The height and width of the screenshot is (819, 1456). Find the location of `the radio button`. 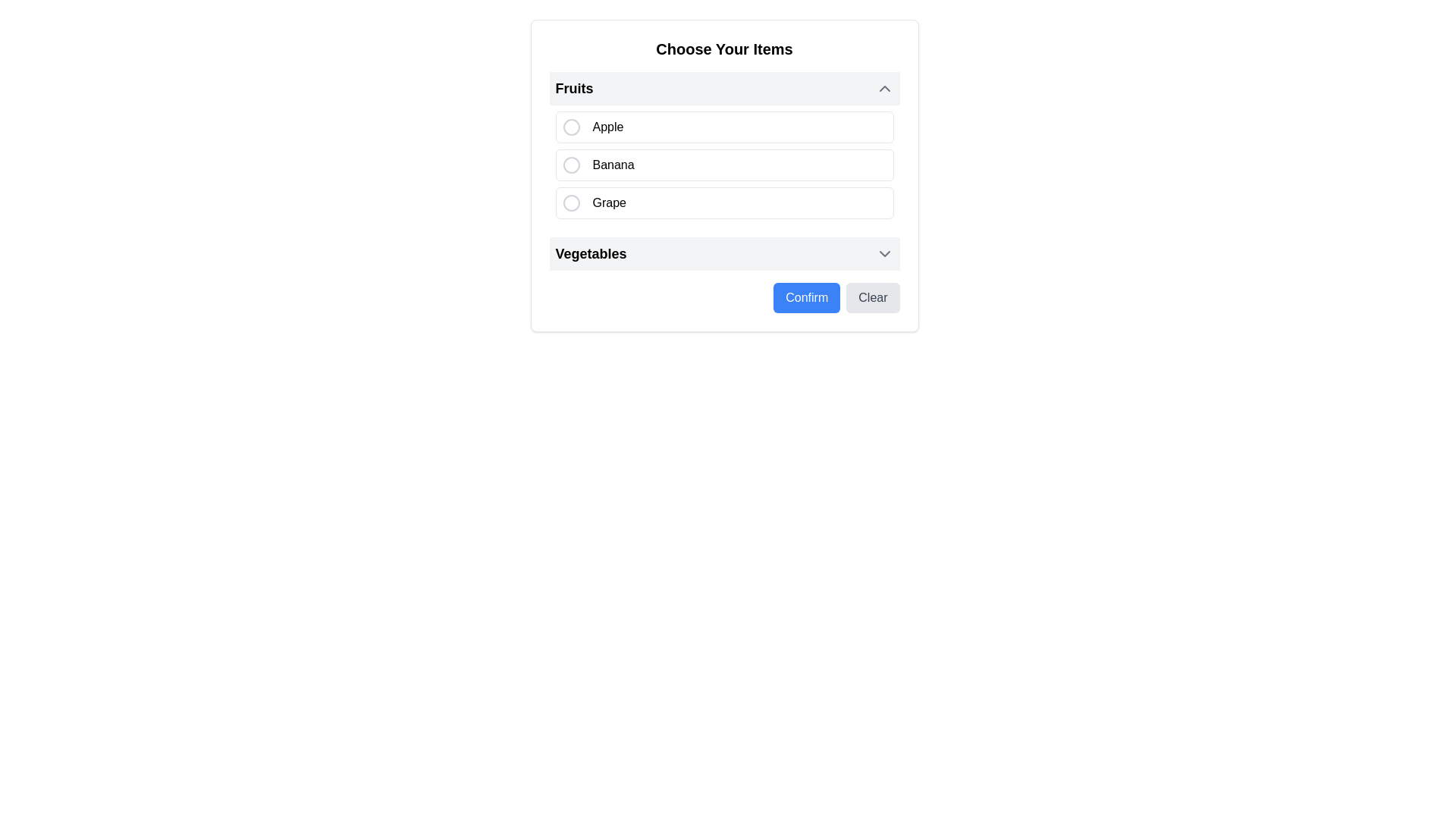

the radio button is located at coordinates (570, 202).